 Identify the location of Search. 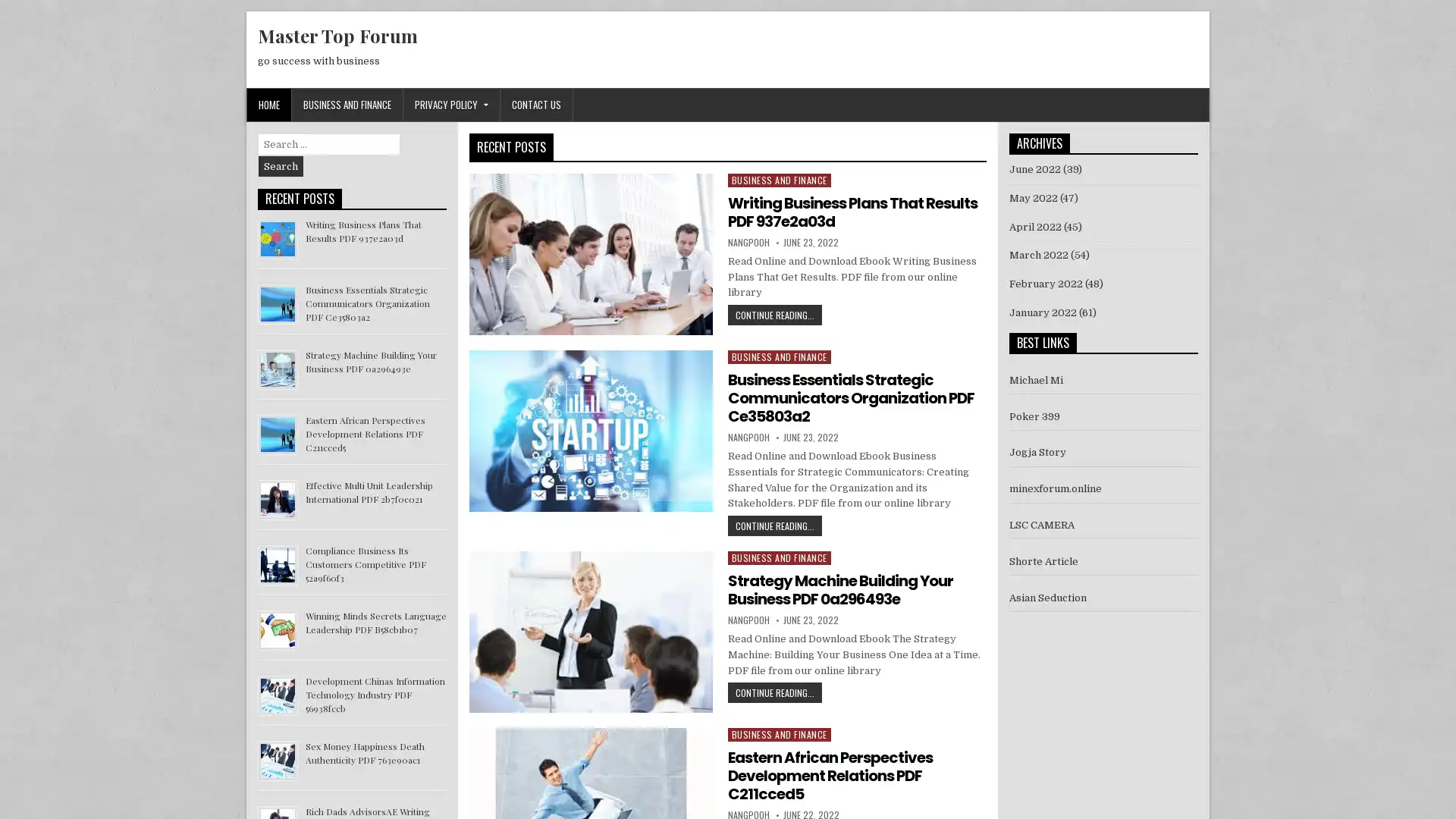
(281, 166).